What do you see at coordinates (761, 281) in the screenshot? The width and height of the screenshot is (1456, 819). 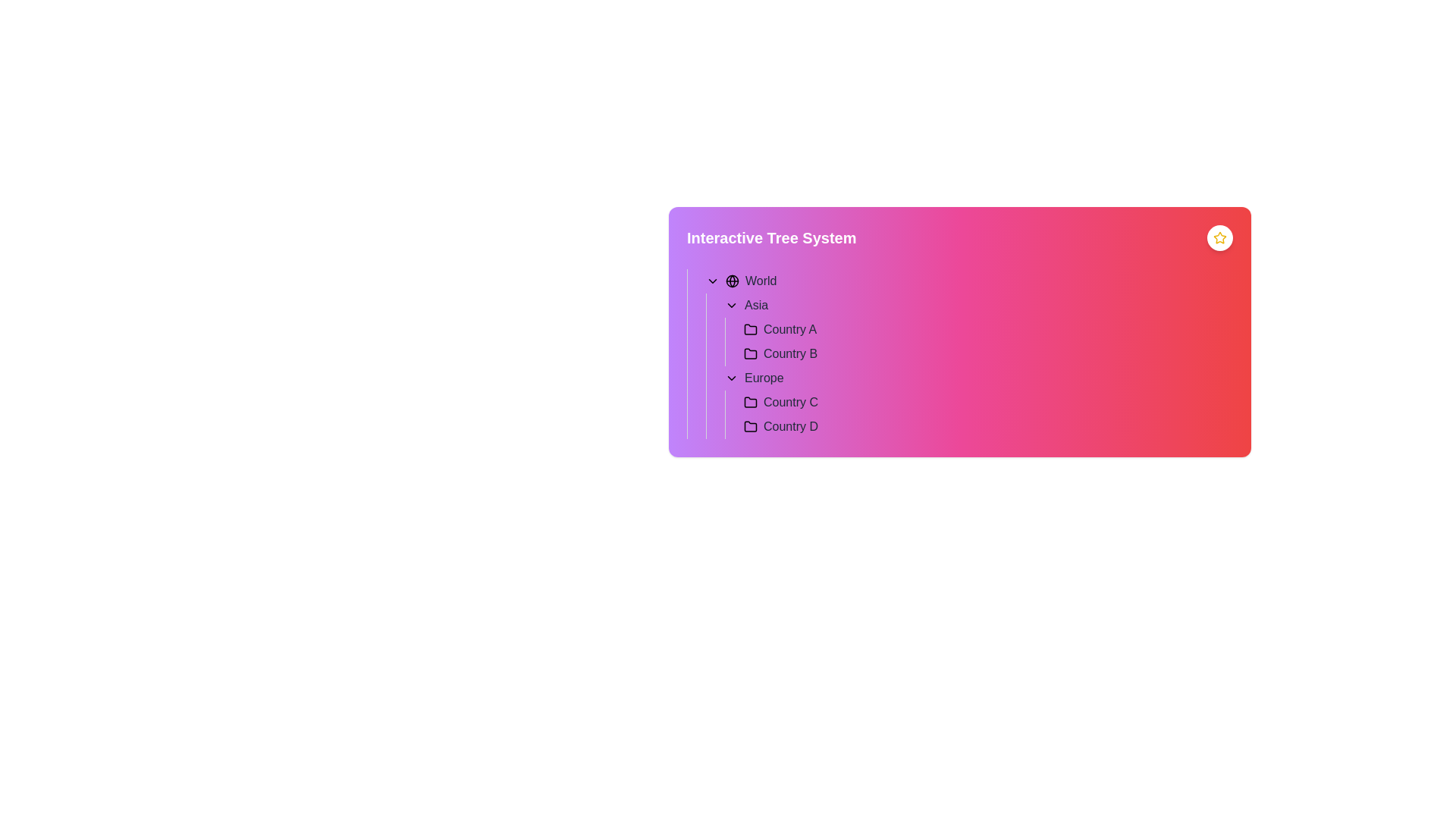 I see `the 'World' category label in the hierarchical tree structure, which is positioned to the right of a dropdown arrow and below a globe icon` at bounding box center [761, 281].